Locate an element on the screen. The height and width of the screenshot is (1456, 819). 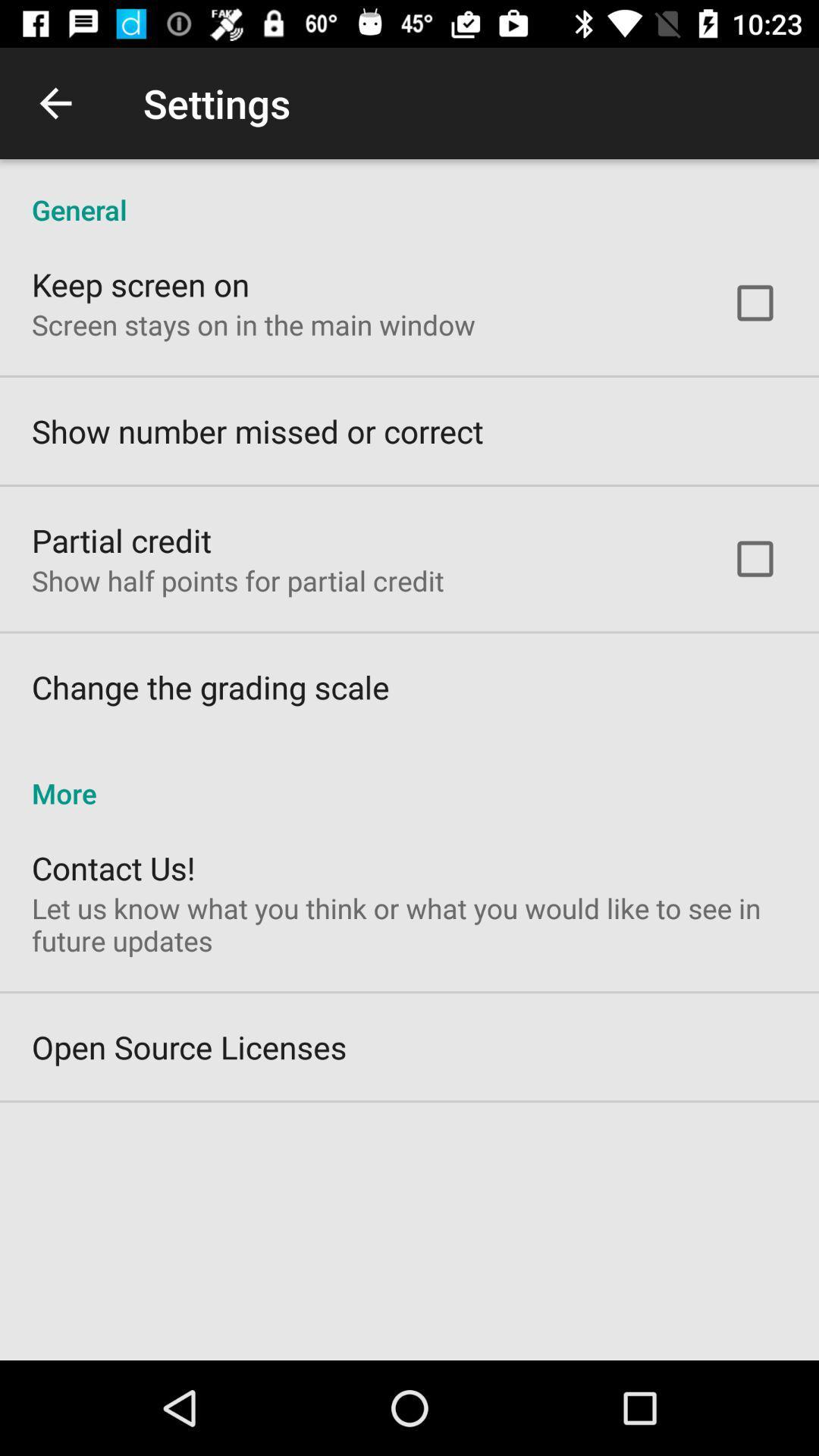
second check box from top is located at coordinates (755, 558).